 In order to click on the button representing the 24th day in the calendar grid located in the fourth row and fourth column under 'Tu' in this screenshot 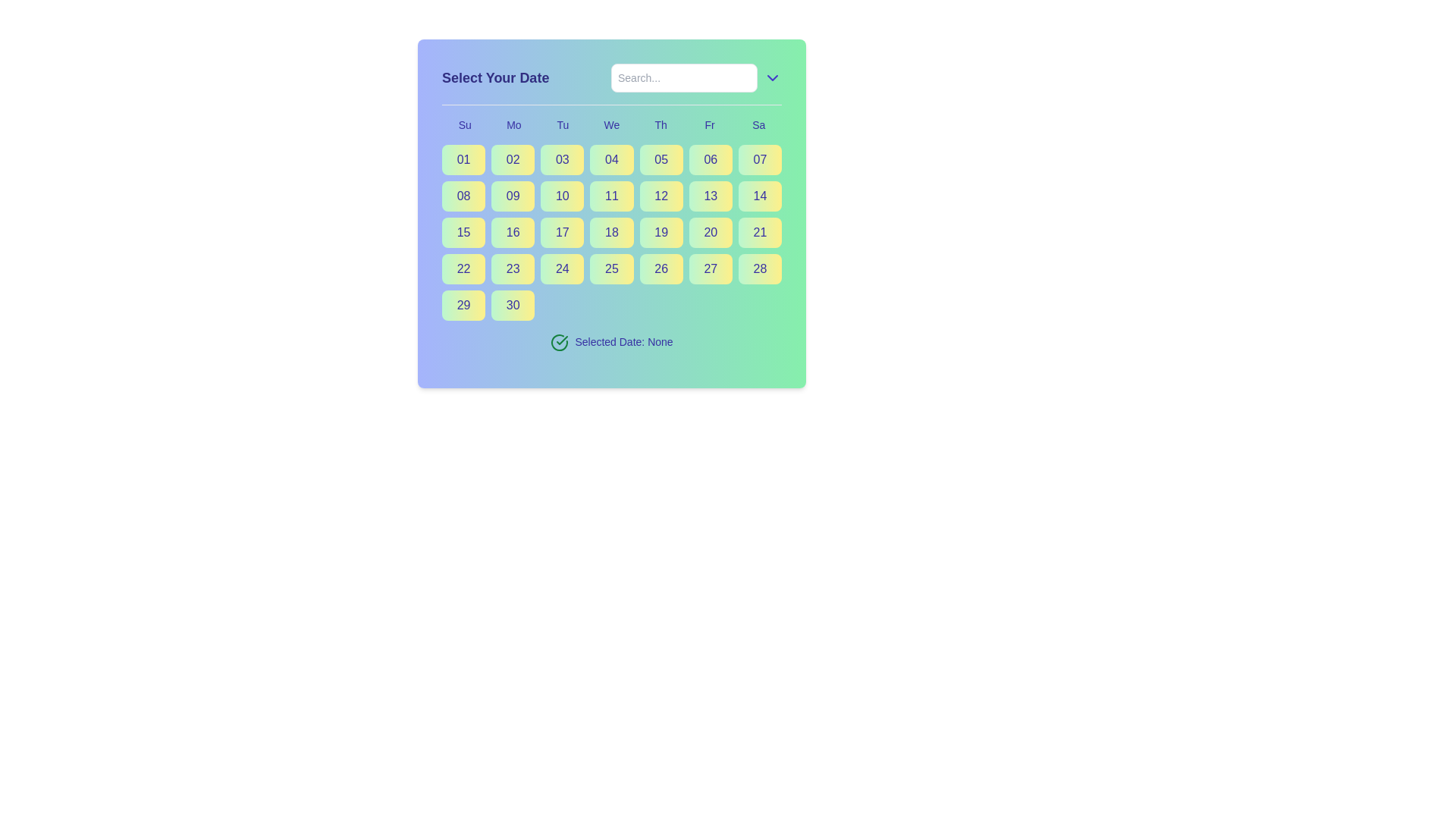, I will do `click(561, 268)`.